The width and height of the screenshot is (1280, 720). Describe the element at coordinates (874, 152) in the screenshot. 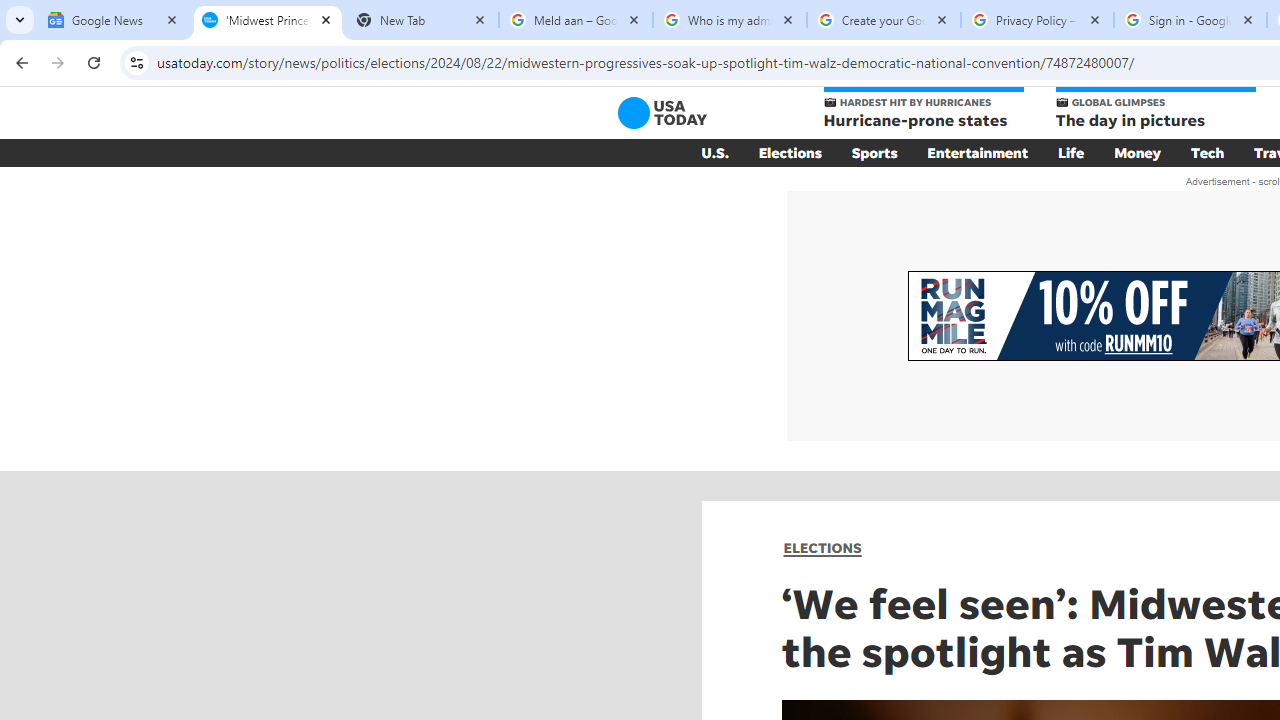

I see `'Sports'` at that location.